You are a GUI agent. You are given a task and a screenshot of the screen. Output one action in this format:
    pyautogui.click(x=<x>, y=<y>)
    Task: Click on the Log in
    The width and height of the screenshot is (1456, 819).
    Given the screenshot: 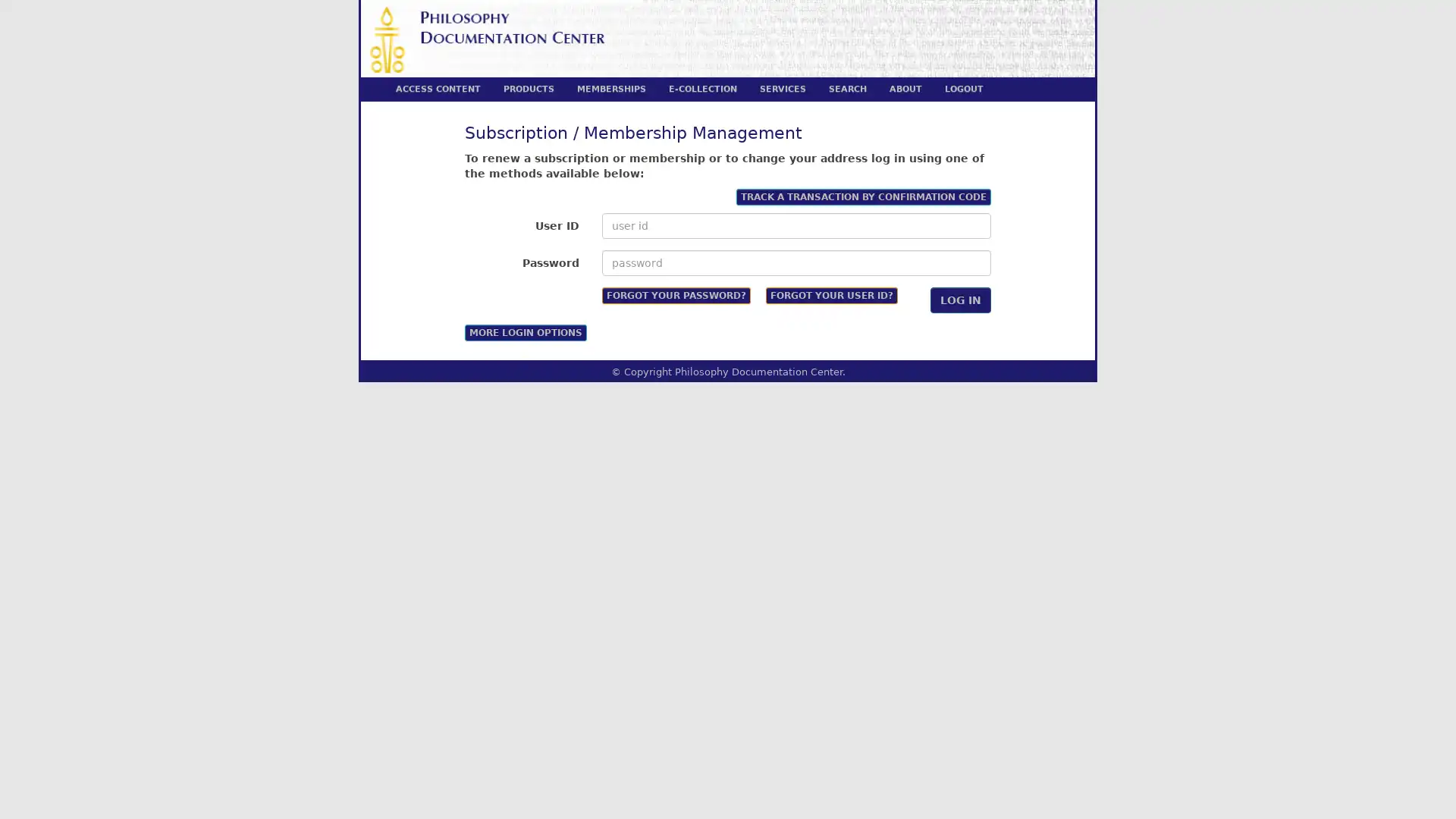 What is the action you would take?
    pyautogui.click(x=960, y=299)
    